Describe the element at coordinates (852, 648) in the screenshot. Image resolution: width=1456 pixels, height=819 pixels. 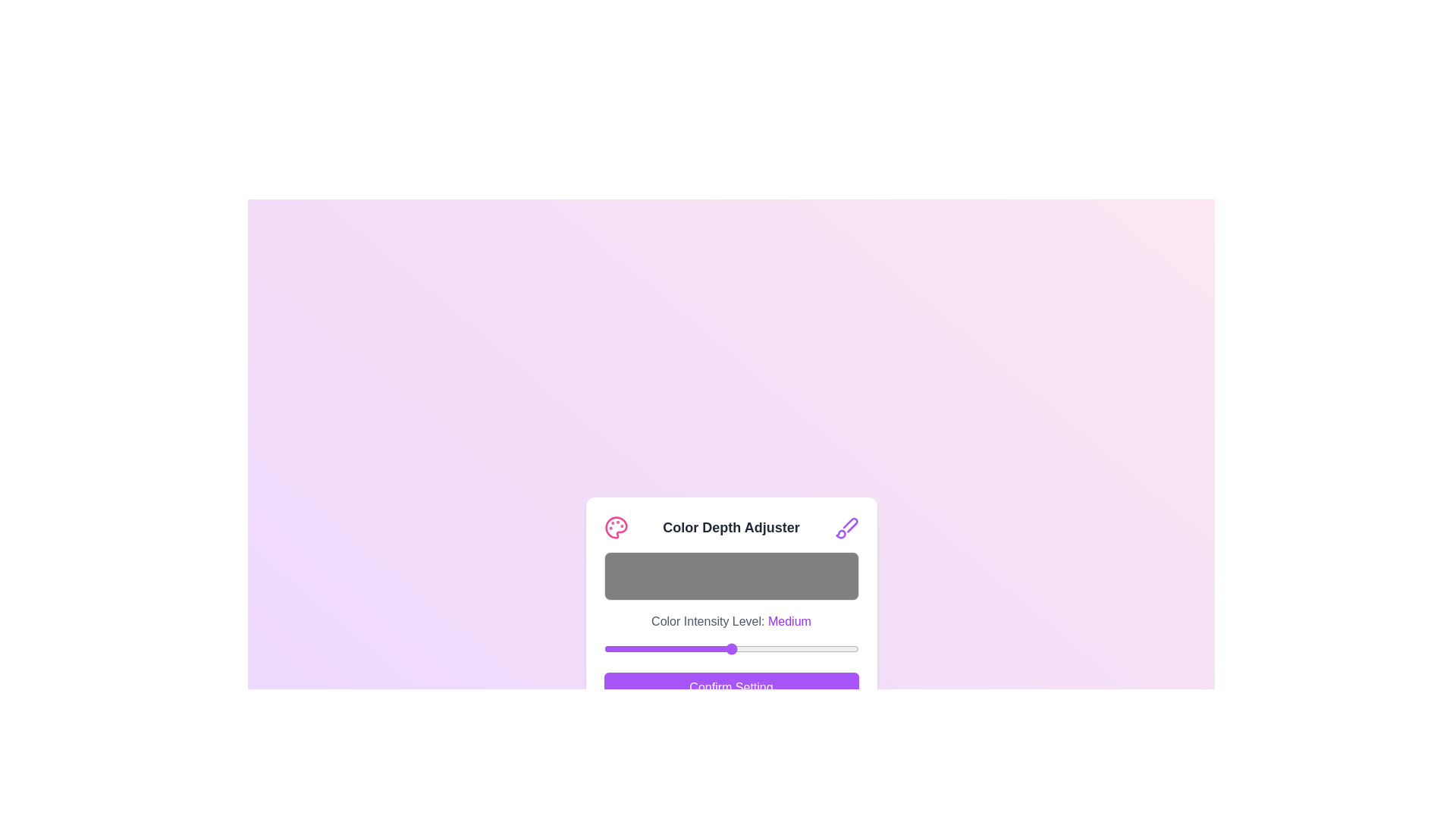
I see `the color intensity slider to 249 where 249 is a value between 0 and 255` at that location.